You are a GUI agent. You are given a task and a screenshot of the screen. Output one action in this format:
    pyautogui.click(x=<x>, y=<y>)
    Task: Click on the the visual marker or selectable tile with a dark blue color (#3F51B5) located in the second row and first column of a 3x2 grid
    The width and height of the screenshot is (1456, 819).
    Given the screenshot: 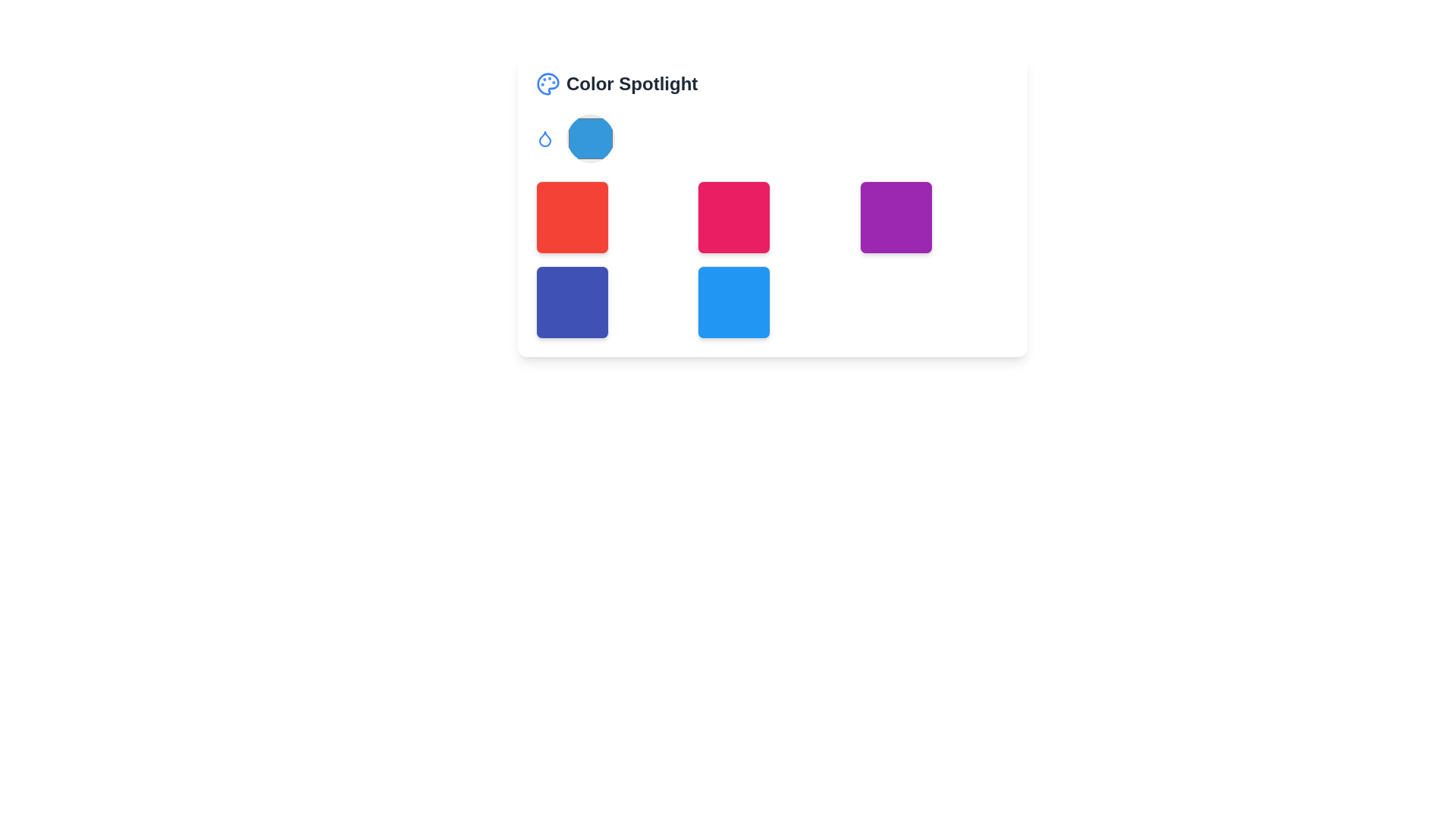 What is the action you would take?
    pyautogui.click(x=571, y=302)
    